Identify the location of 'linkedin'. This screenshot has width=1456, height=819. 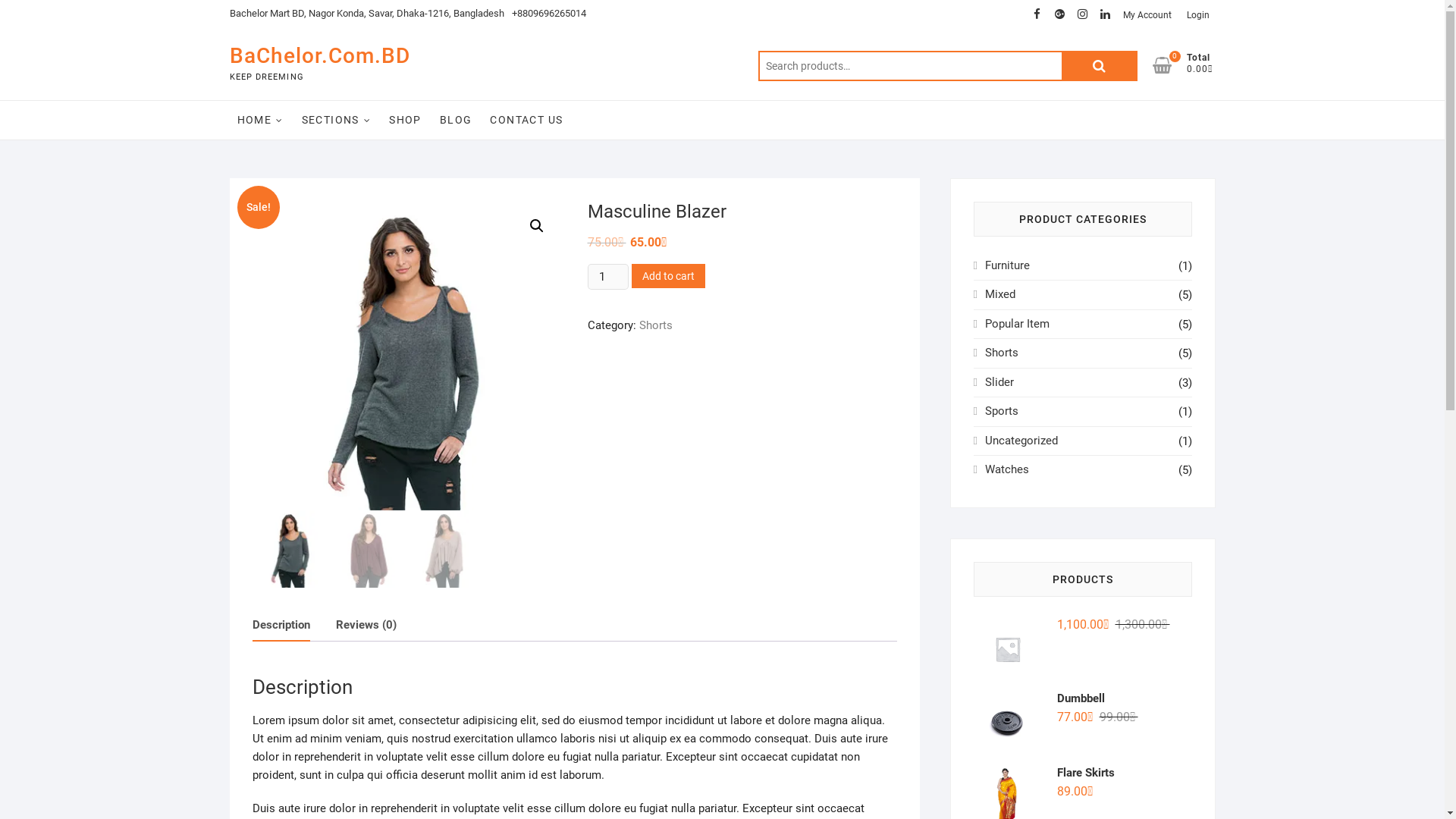
(1105, 14).